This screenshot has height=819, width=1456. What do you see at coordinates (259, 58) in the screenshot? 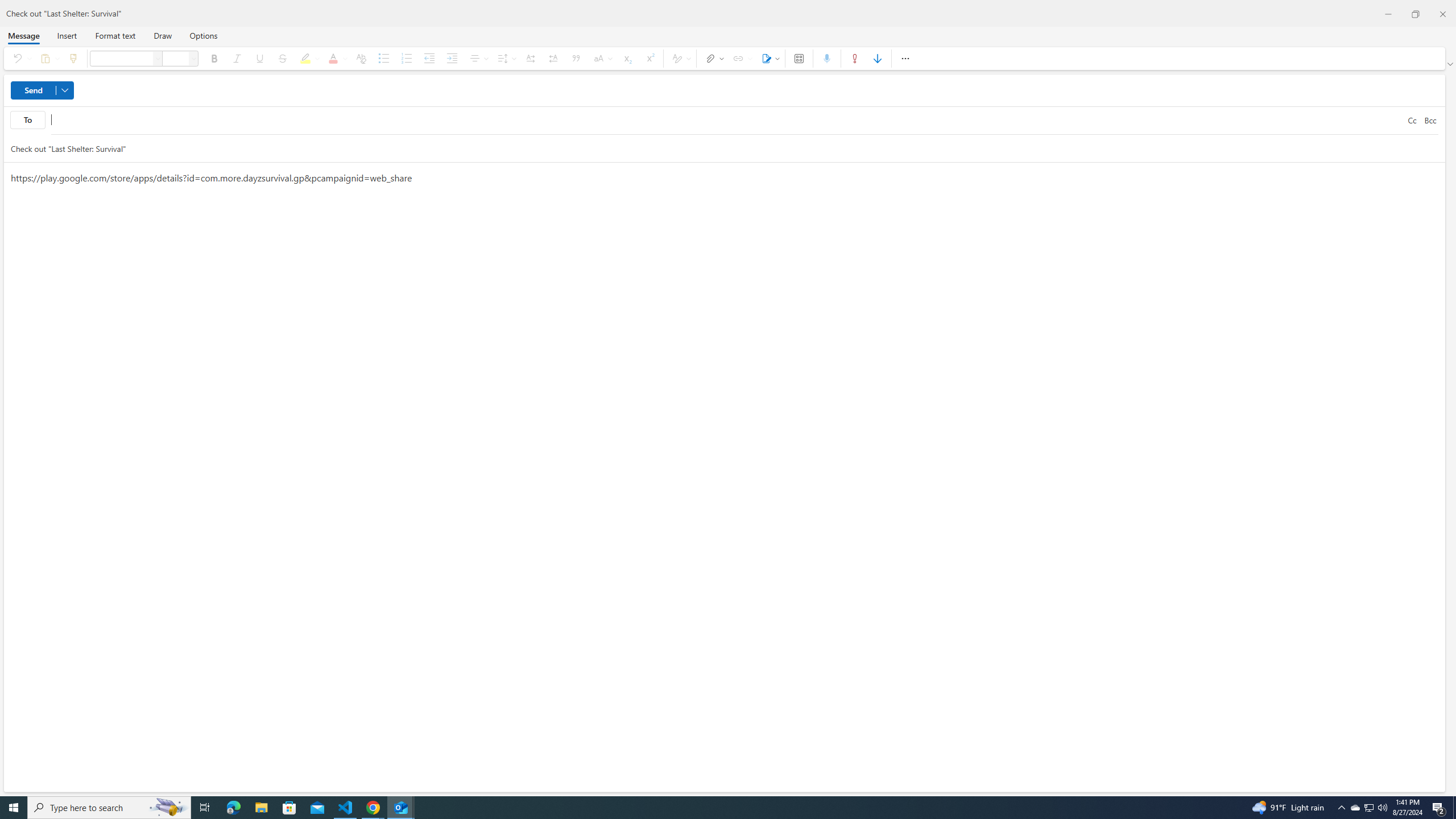
I see `'Underline'` at bounding box center [259, 58].